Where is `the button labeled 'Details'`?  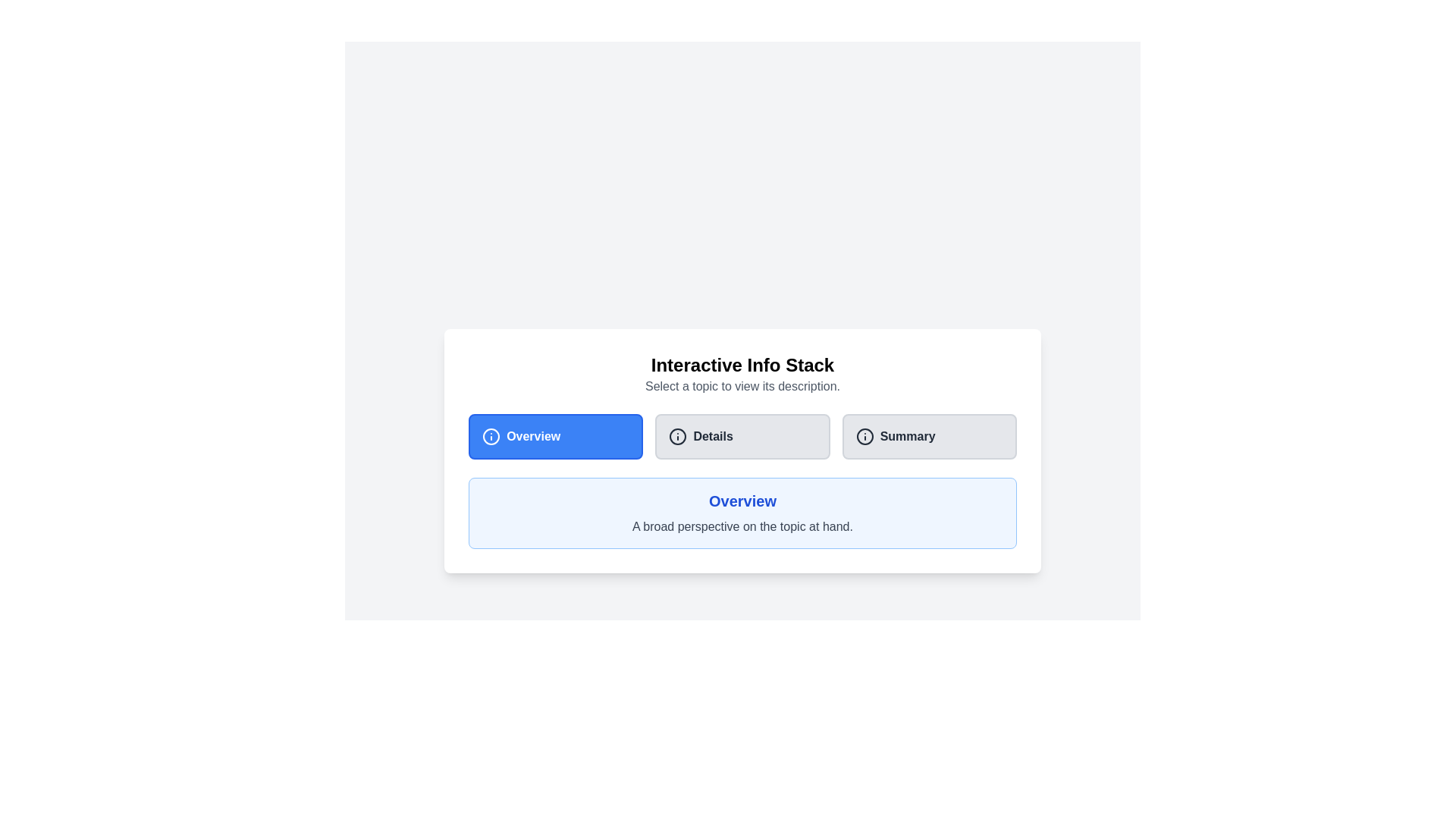 the button labeled 'Details' is located at coordinates (712, 436).